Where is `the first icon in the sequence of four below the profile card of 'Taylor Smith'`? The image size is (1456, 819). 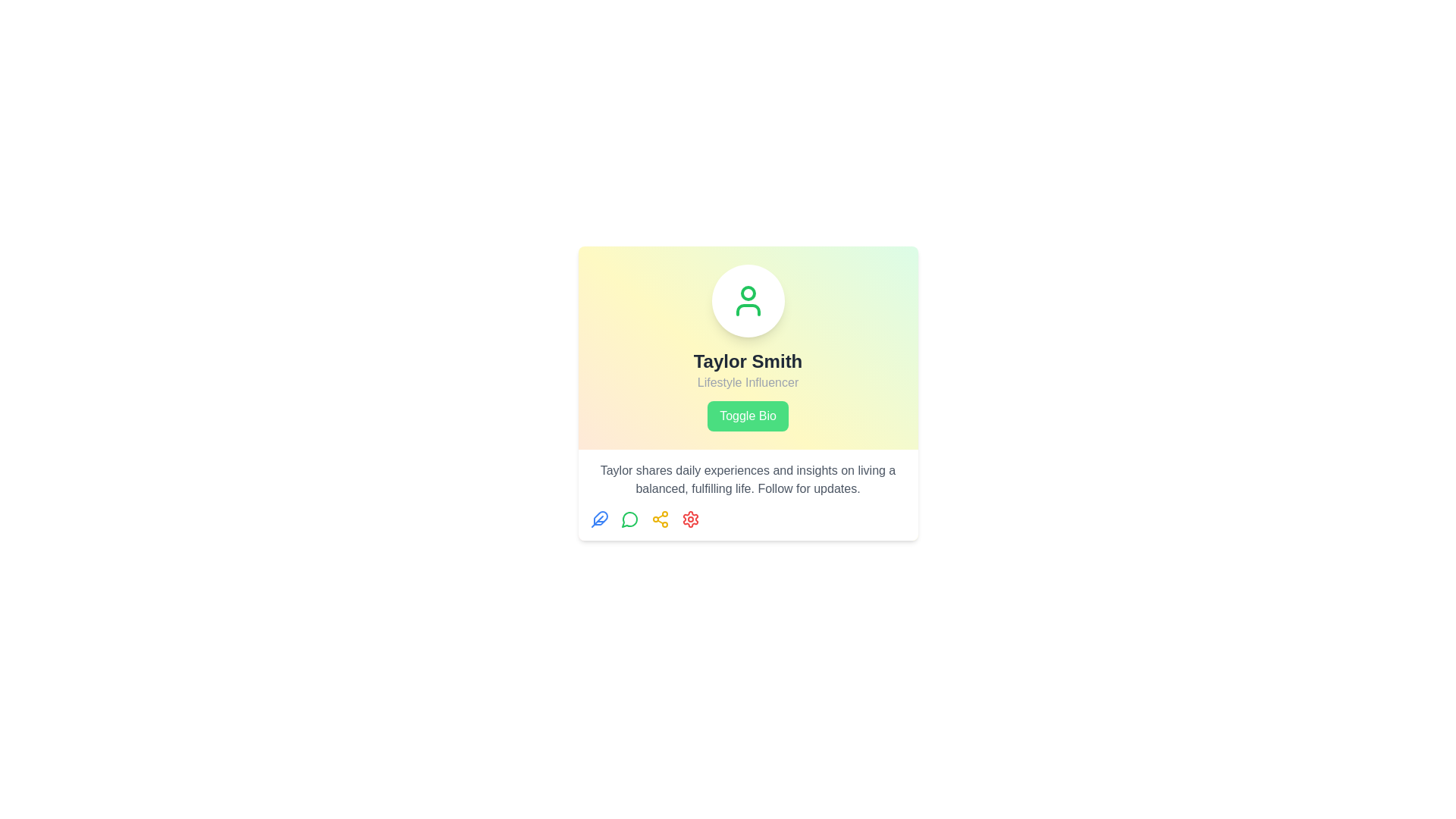
the first icon in the sequence of four below the profile card of 'Taylor Smith' is located at coordinates (598, 519).